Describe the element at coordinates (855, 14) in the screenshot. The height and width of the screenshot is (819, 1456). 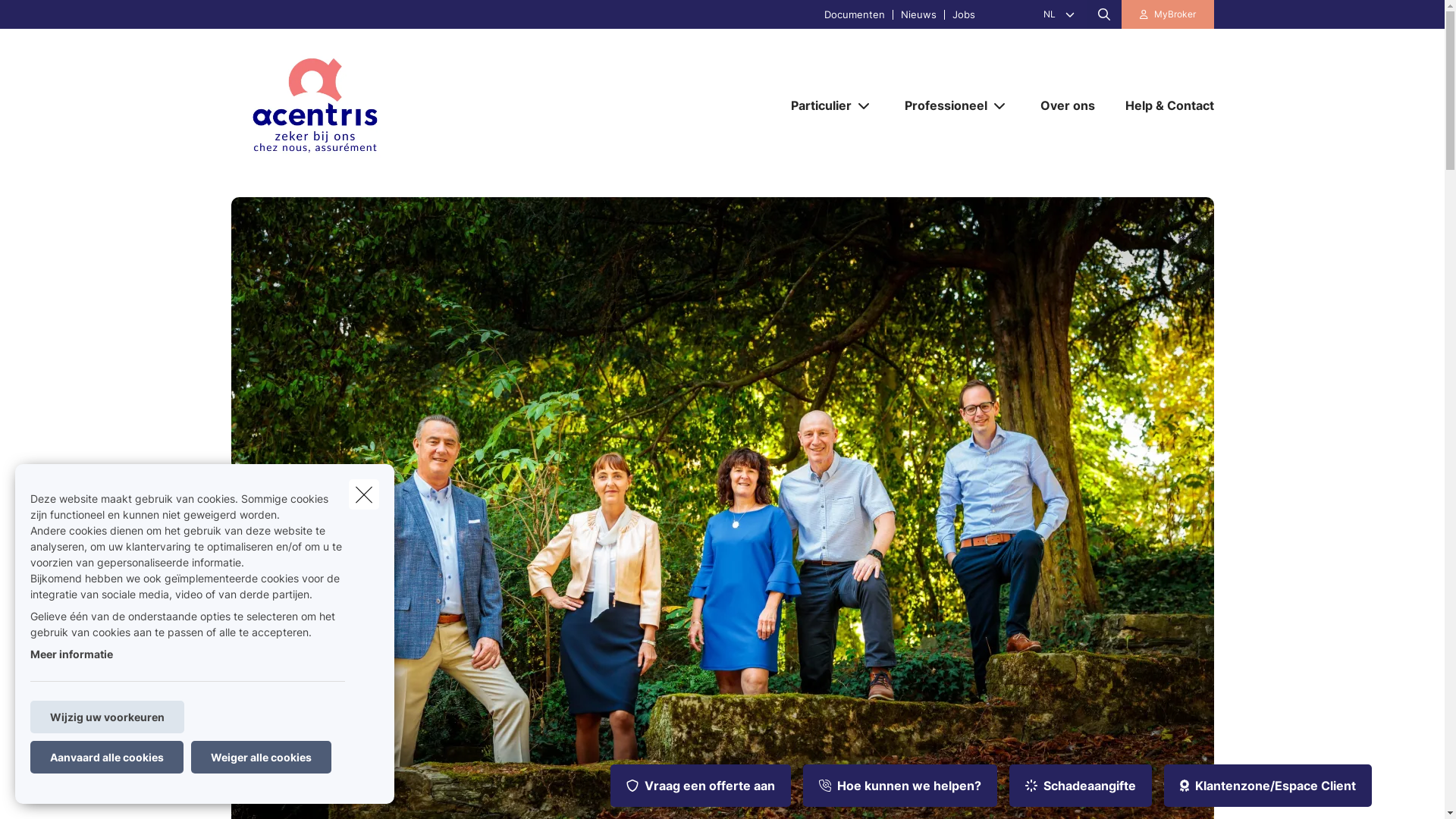
I see `'Documenten'` at that location.